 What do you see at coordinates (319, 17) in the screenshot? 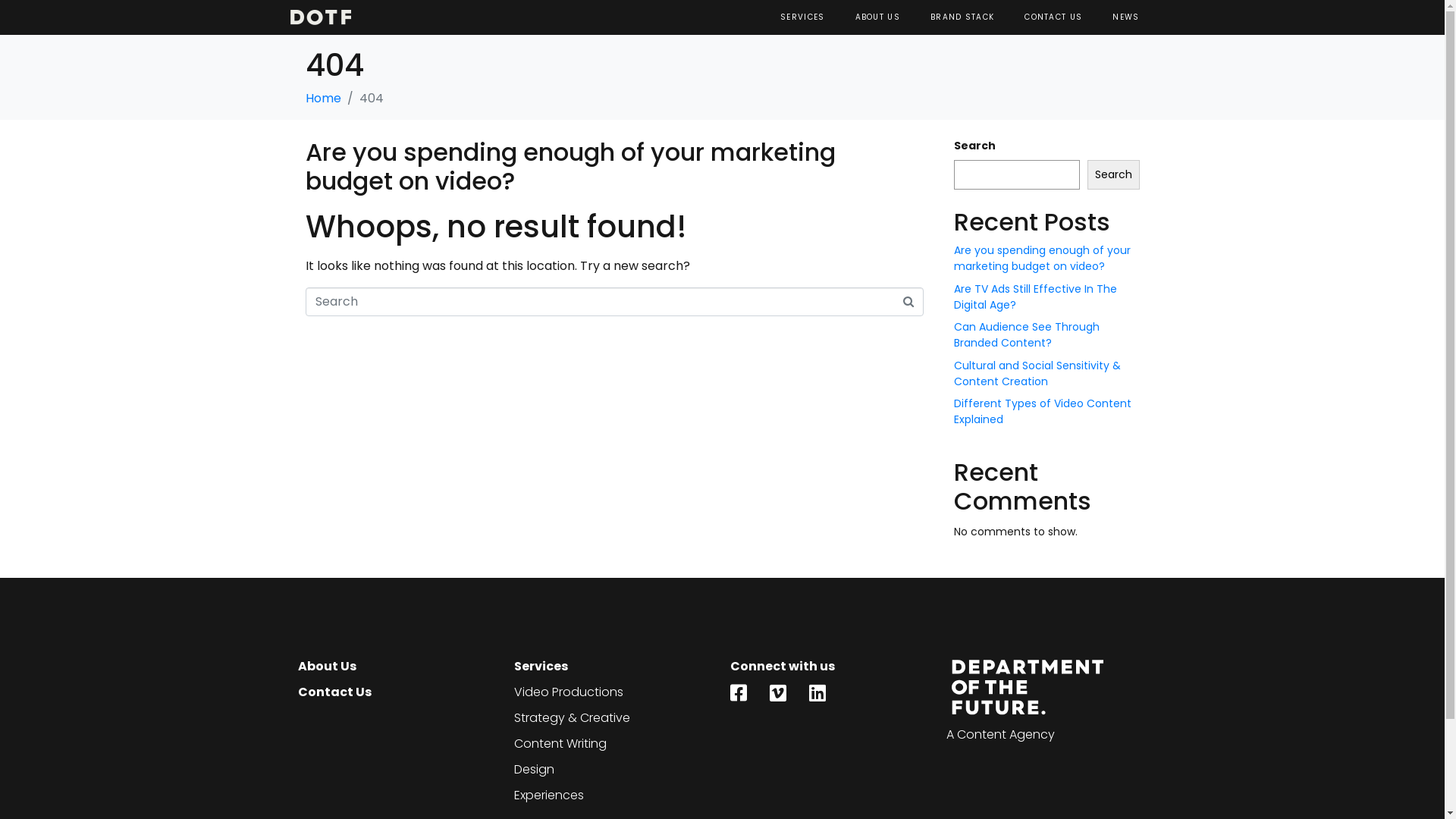
I see `'logo'` at bounding box center [319, 17].